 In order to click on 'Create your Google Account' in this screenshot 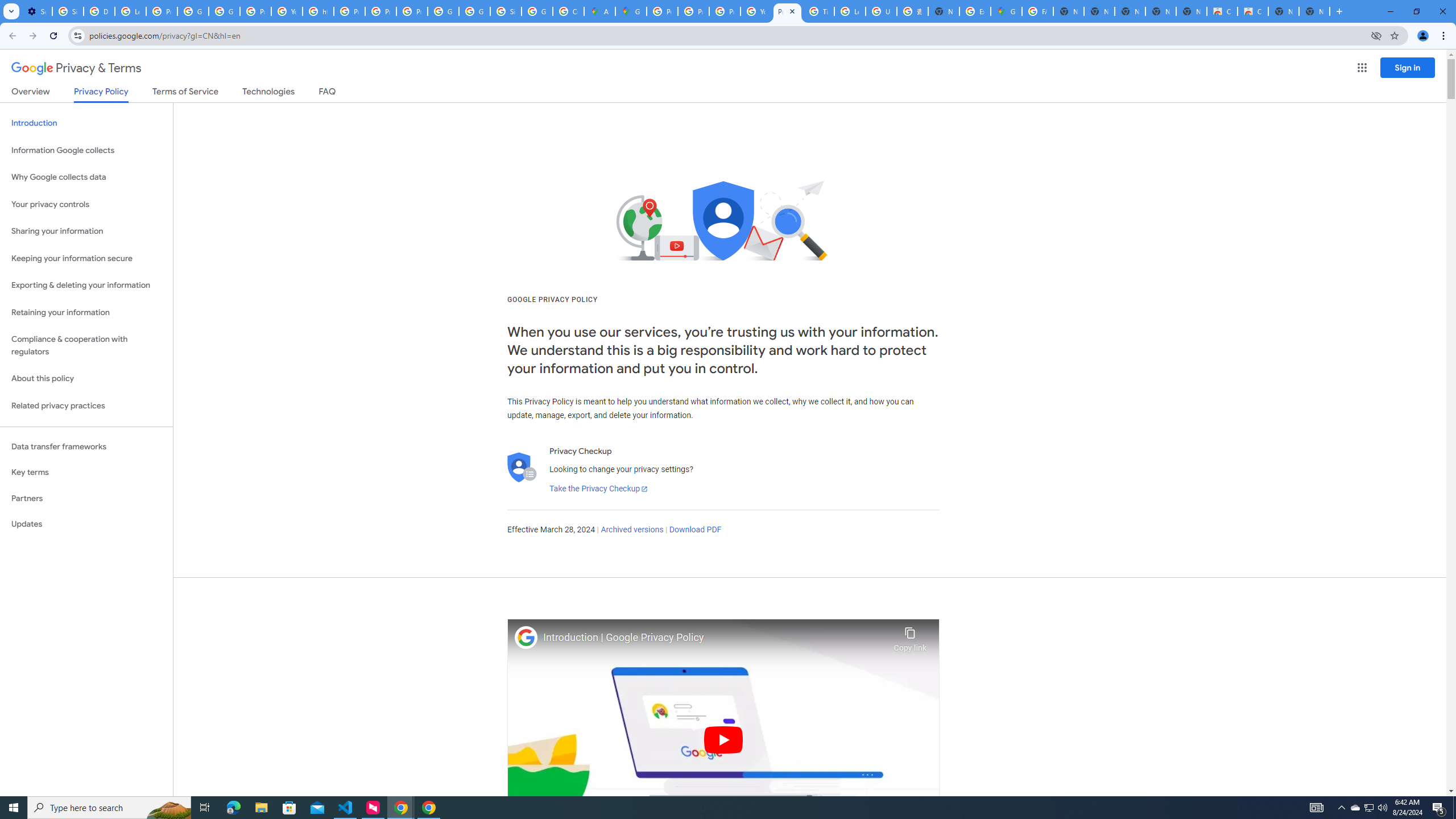, I will do `click(568, 11)`.